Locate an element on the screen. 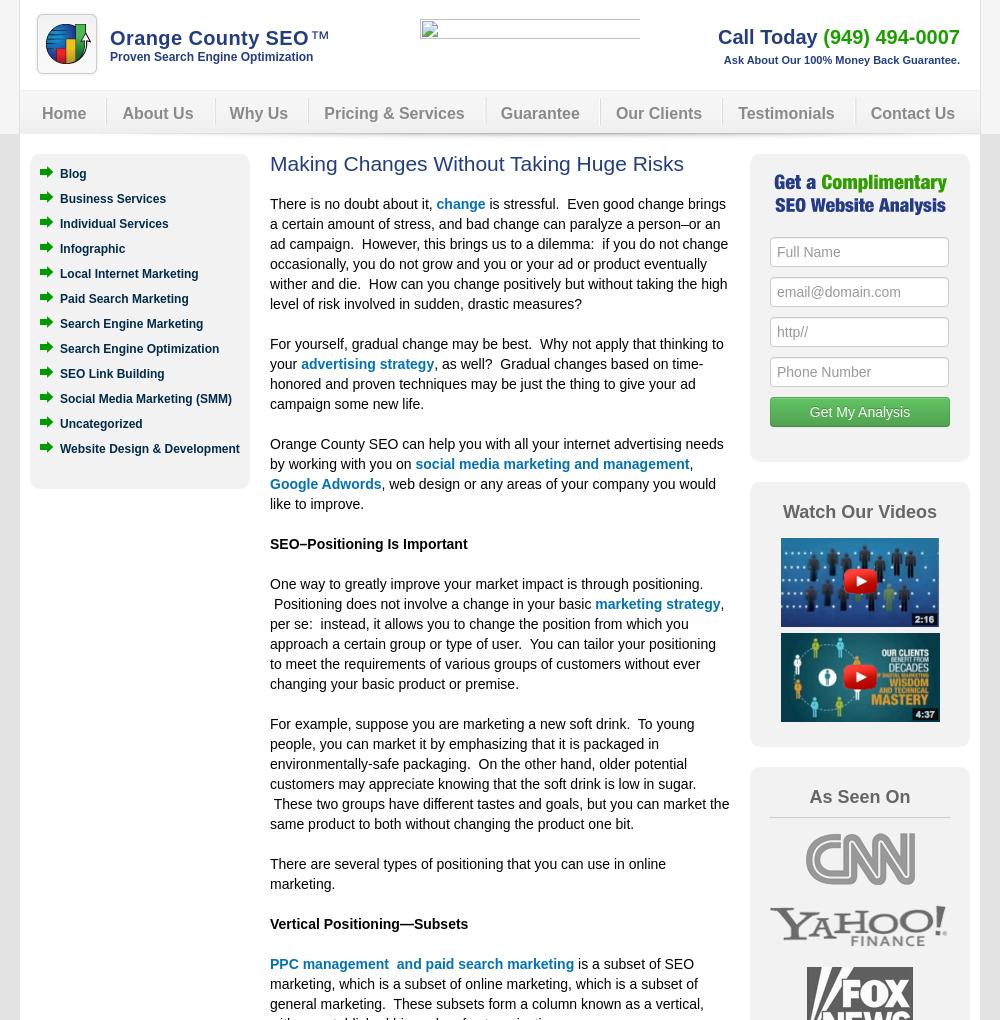  'One way to greatly improve your market impact is through positioning.  Positioning does not involve a change in your basic' is located at coordinates (485, 594).